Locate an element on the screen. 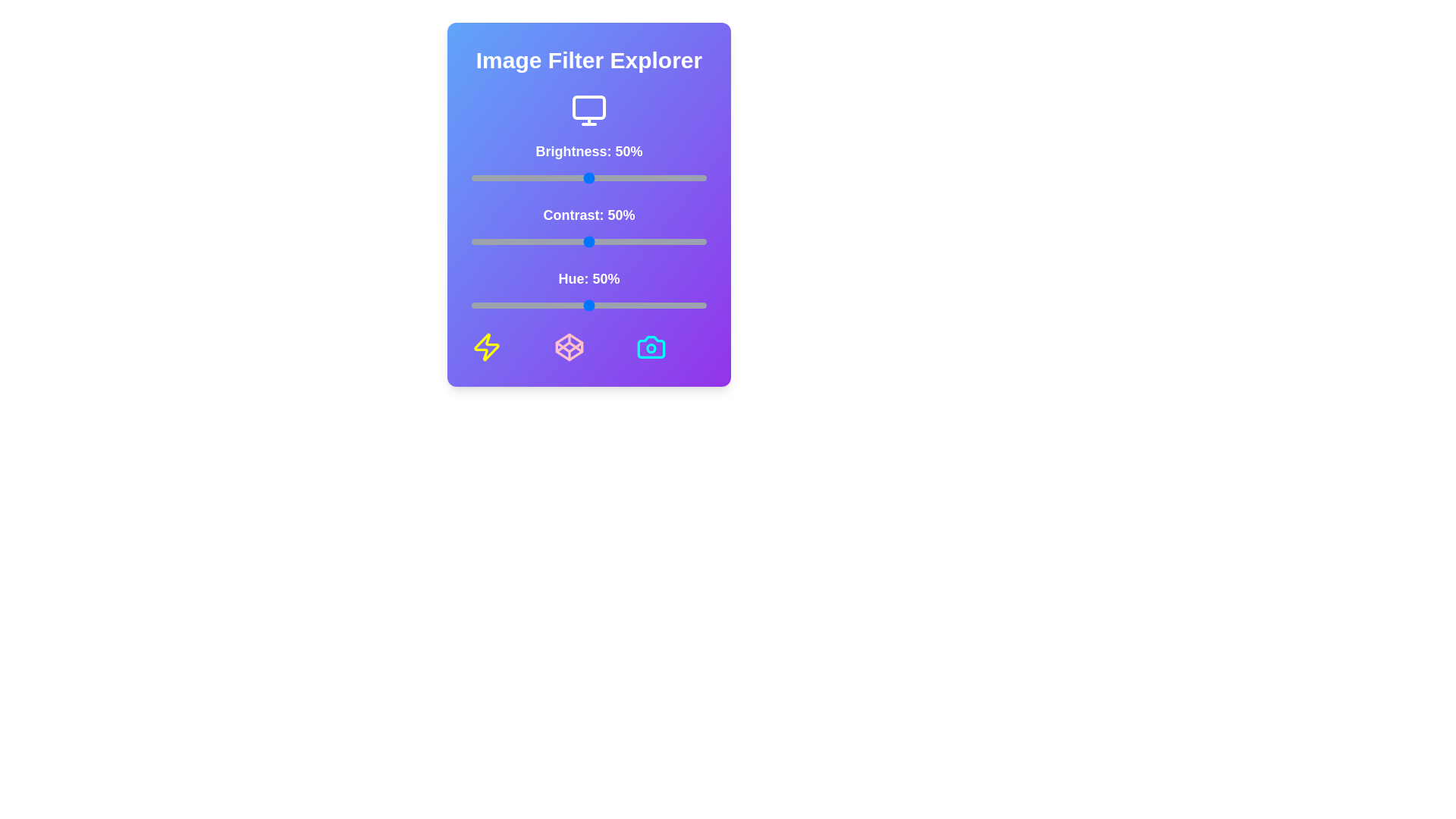 The width and height of the screenshot is (1456, 819). the cube icon is located at coordinates (568, 347).